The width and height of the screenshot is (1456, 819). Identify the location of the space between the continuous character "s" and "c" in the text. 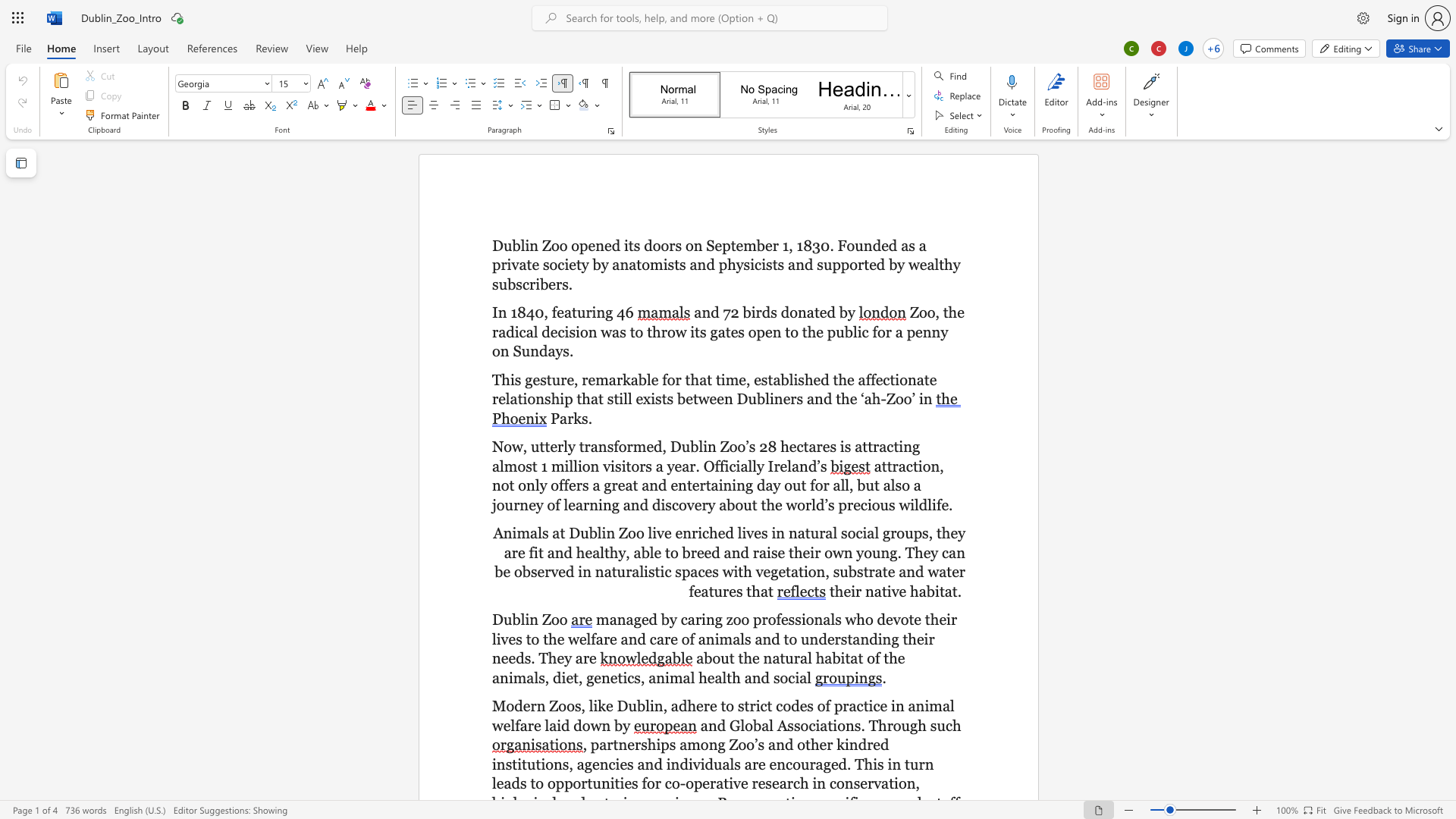
(522, 284).